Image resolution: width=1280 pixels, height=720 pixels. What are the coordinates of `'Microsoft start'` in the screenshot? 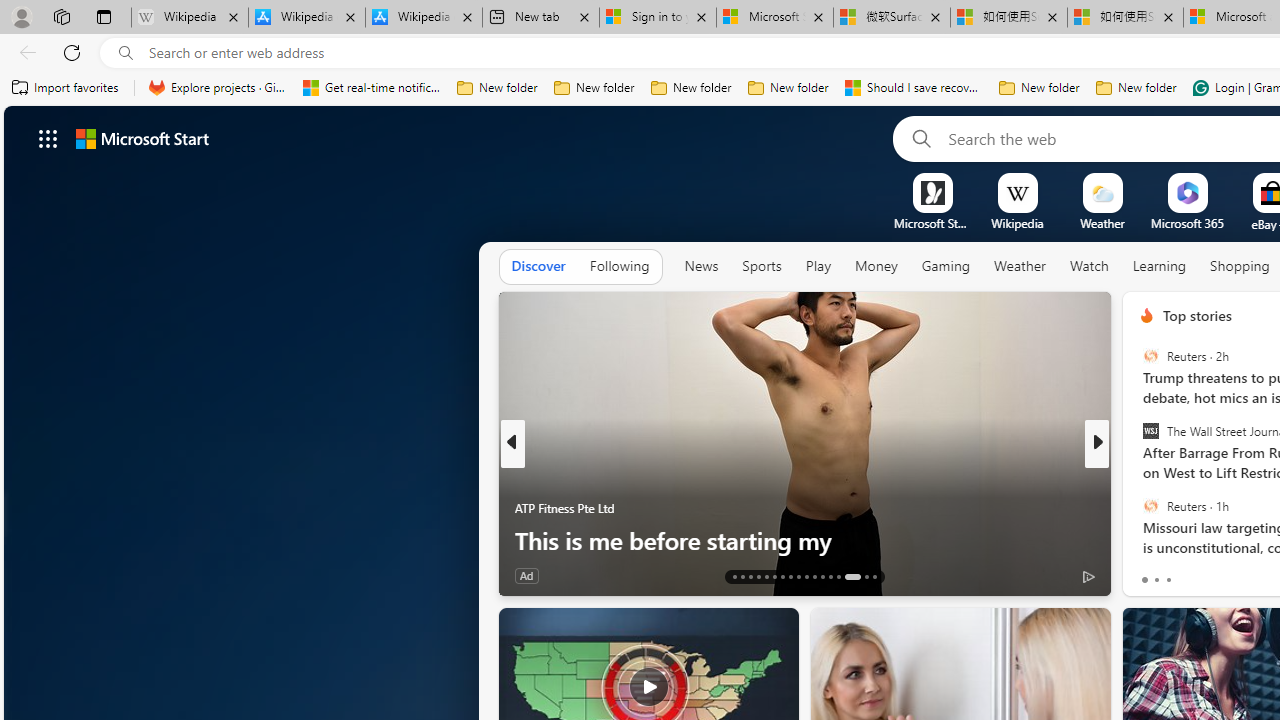 It's located at (141, 137).